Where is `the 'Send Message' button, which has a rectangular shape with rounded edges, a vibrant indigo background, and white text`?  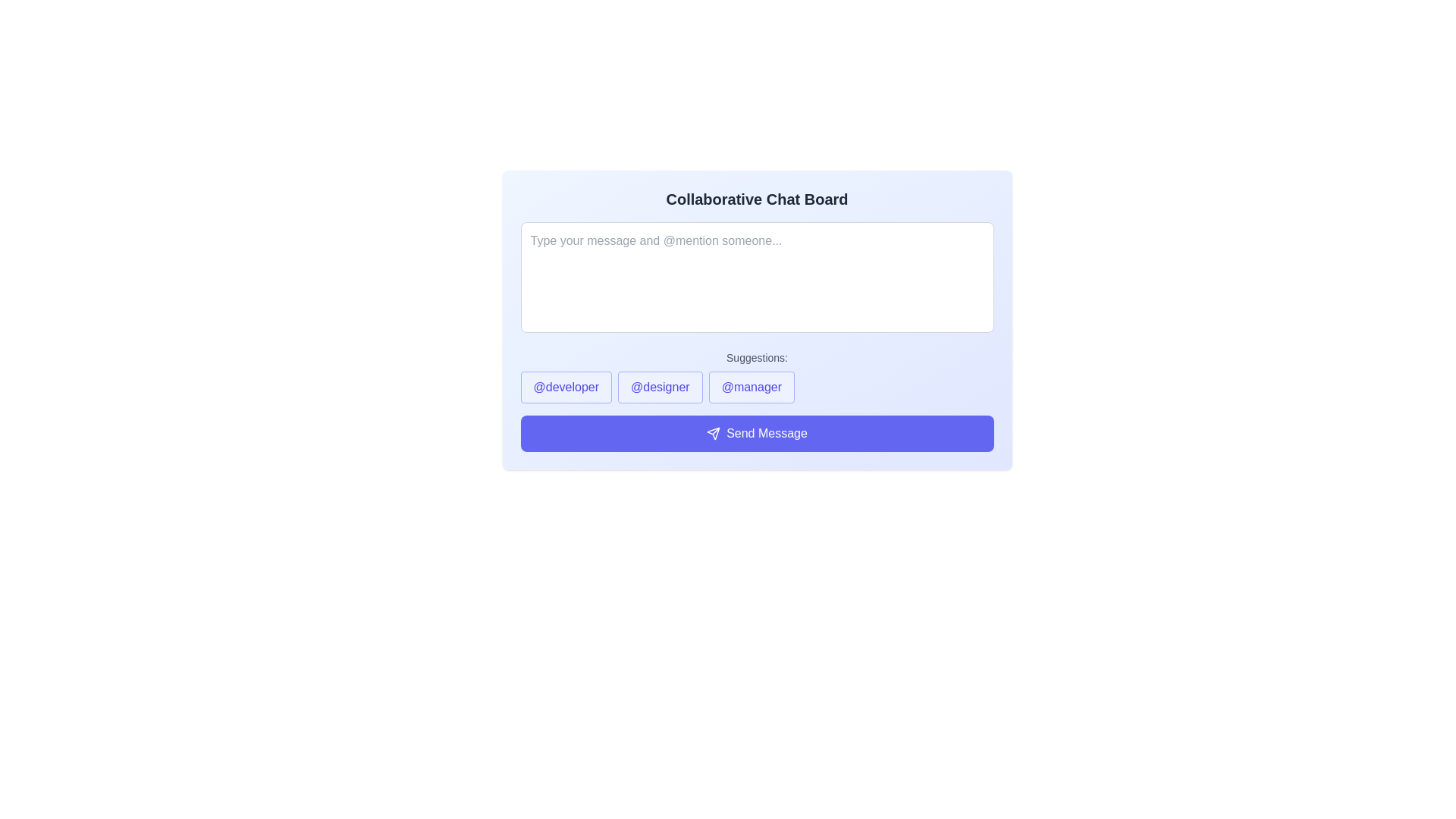 the 'Send Message' button, which has a rectangular shape with rounded edges, a vibrant indigo background, and white text is located at coordinates (757, 433).